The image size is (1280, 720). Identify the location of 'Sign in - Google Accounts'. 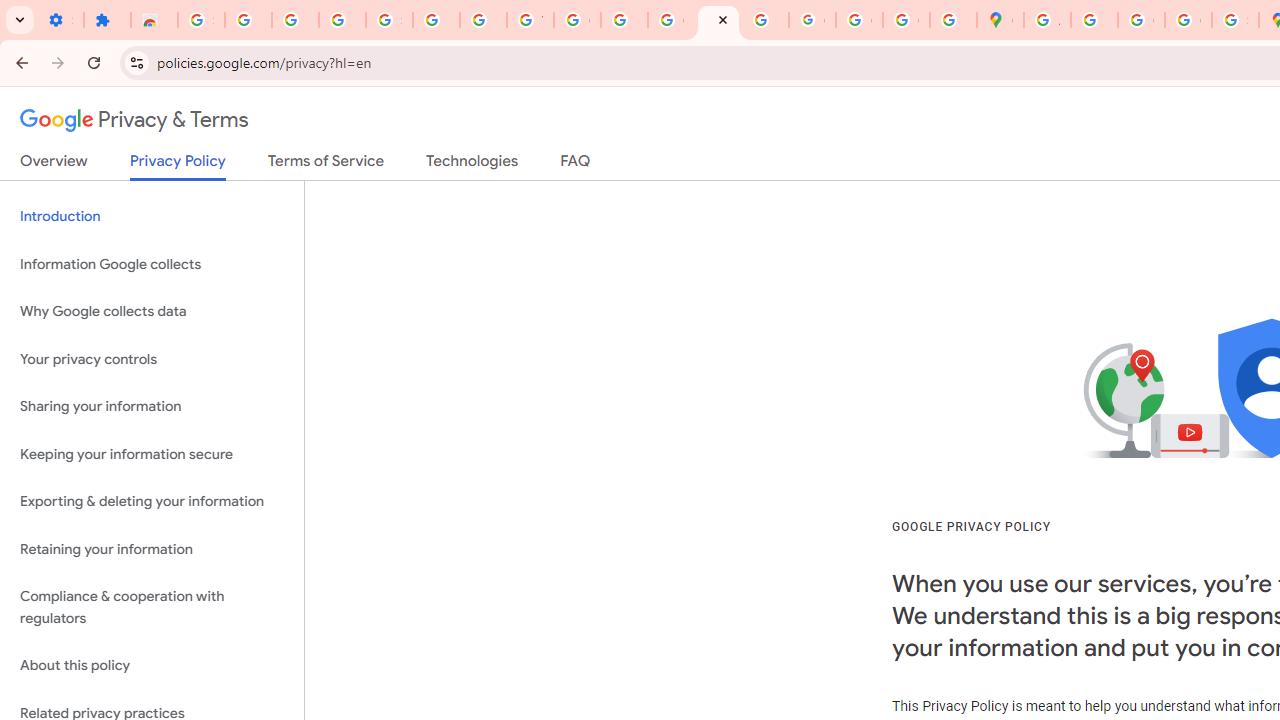
(201, 20).